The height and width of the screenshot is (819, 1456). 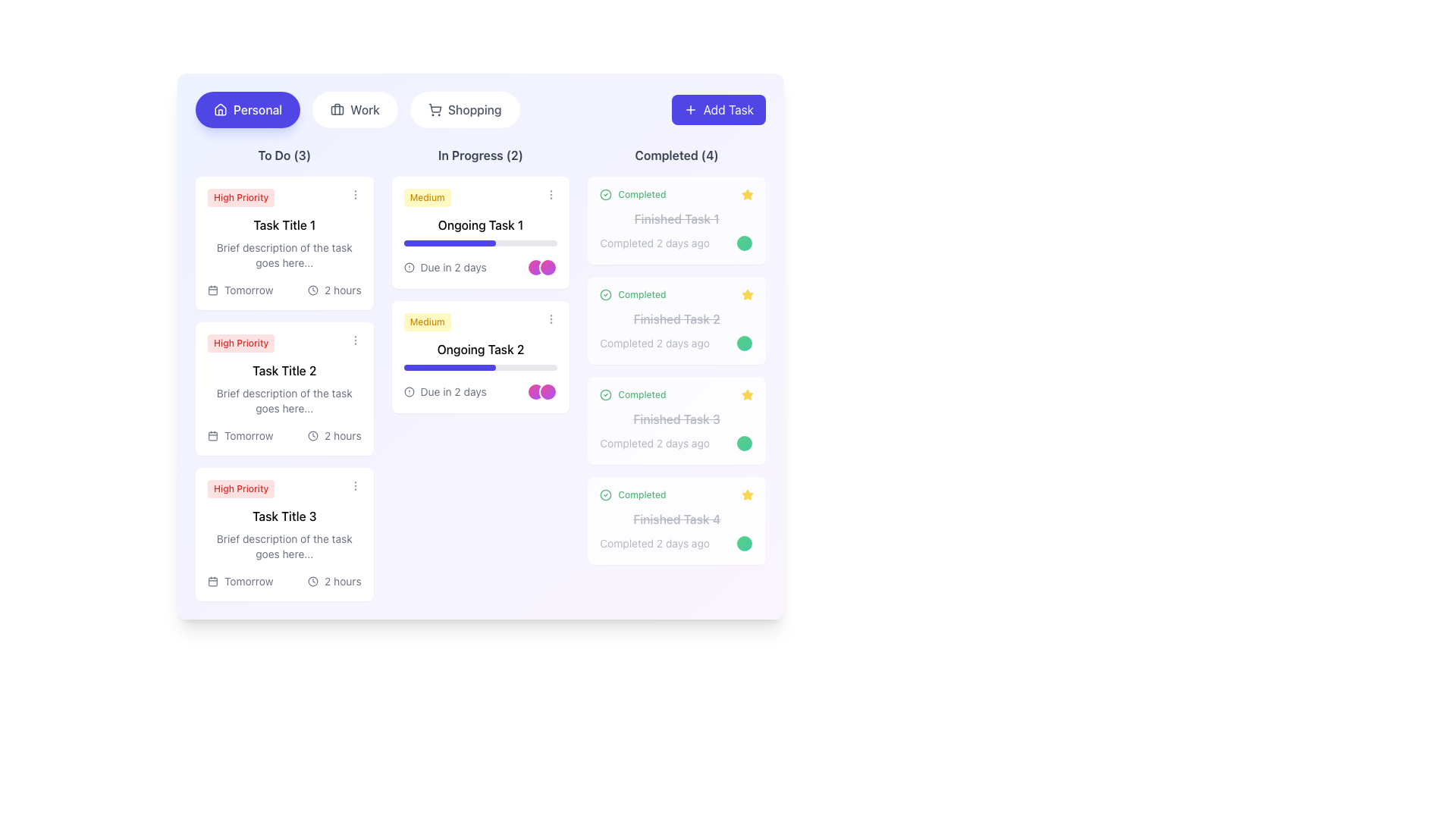 I want to click on the static text element labeled 'Due in 2 days' that is styled in gray and located at the bottom area of the card labeled 'Ongoing Task 2', so click(x=479, y=391).